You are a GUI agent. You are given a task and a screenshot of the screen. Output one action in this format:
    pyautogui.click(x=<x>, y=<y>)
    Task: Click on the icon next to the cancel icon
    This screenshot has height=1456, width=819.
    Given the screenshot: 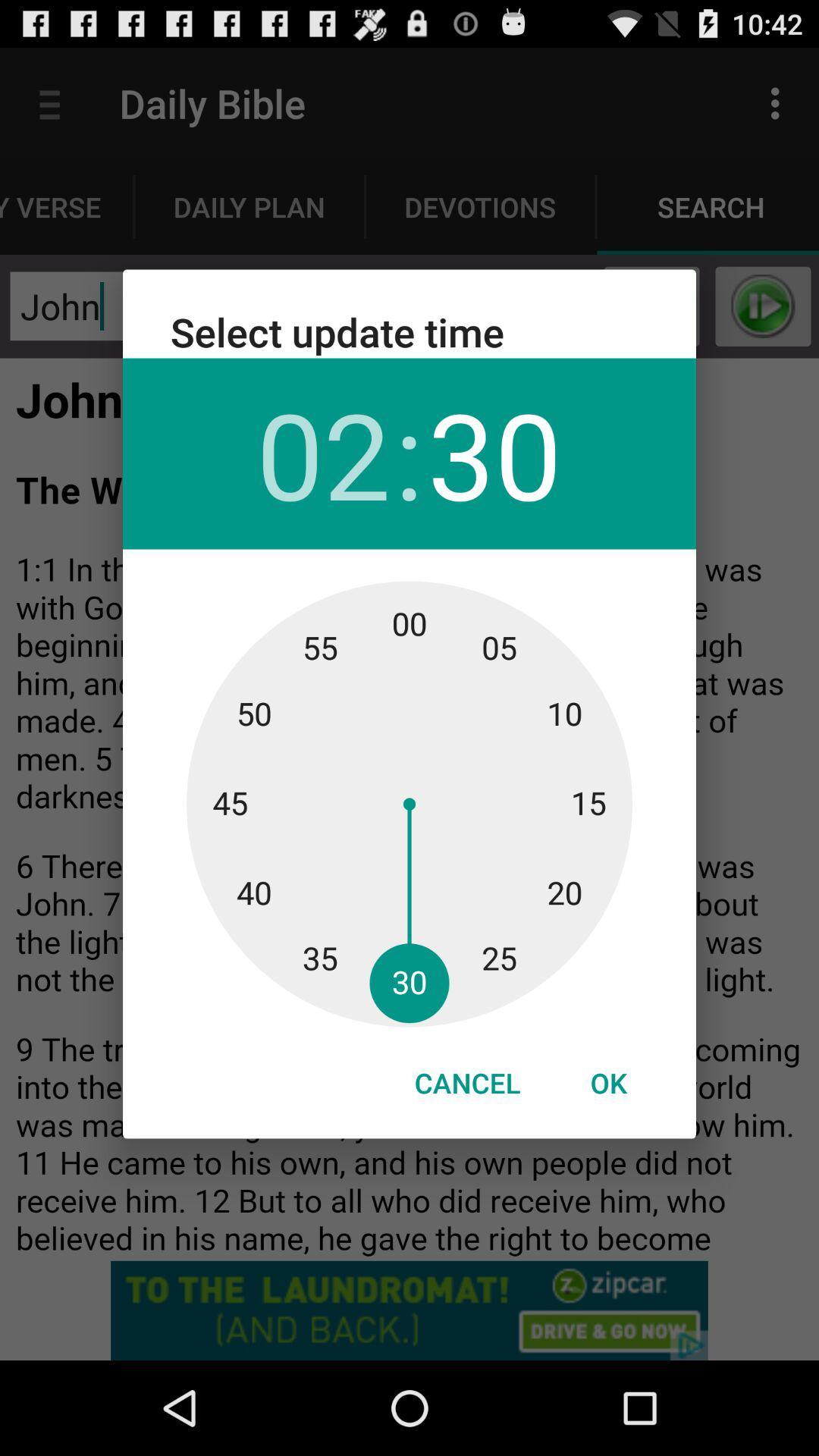 What is the action you would take?
    pyautogui.click(x=607, y=1082)
    